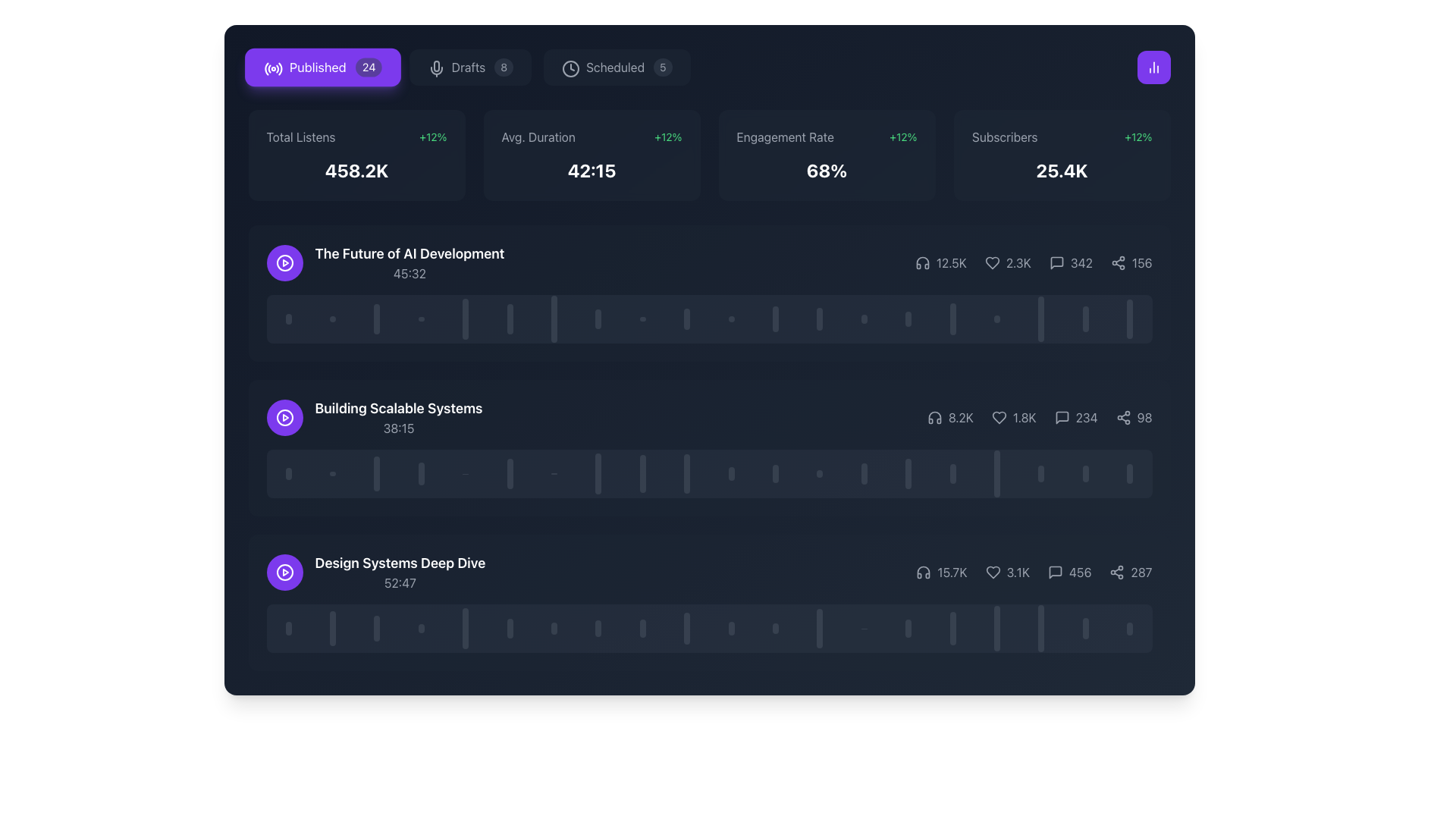 The width and height of the screenshot is (1456, 819). I want to click on the 19th vertical visual indicator bar, which is dark gray with rounded tops and bottoms, part of a collection of similar elements beneath the title 'Building Scalable Systems', so click(1084, 318).